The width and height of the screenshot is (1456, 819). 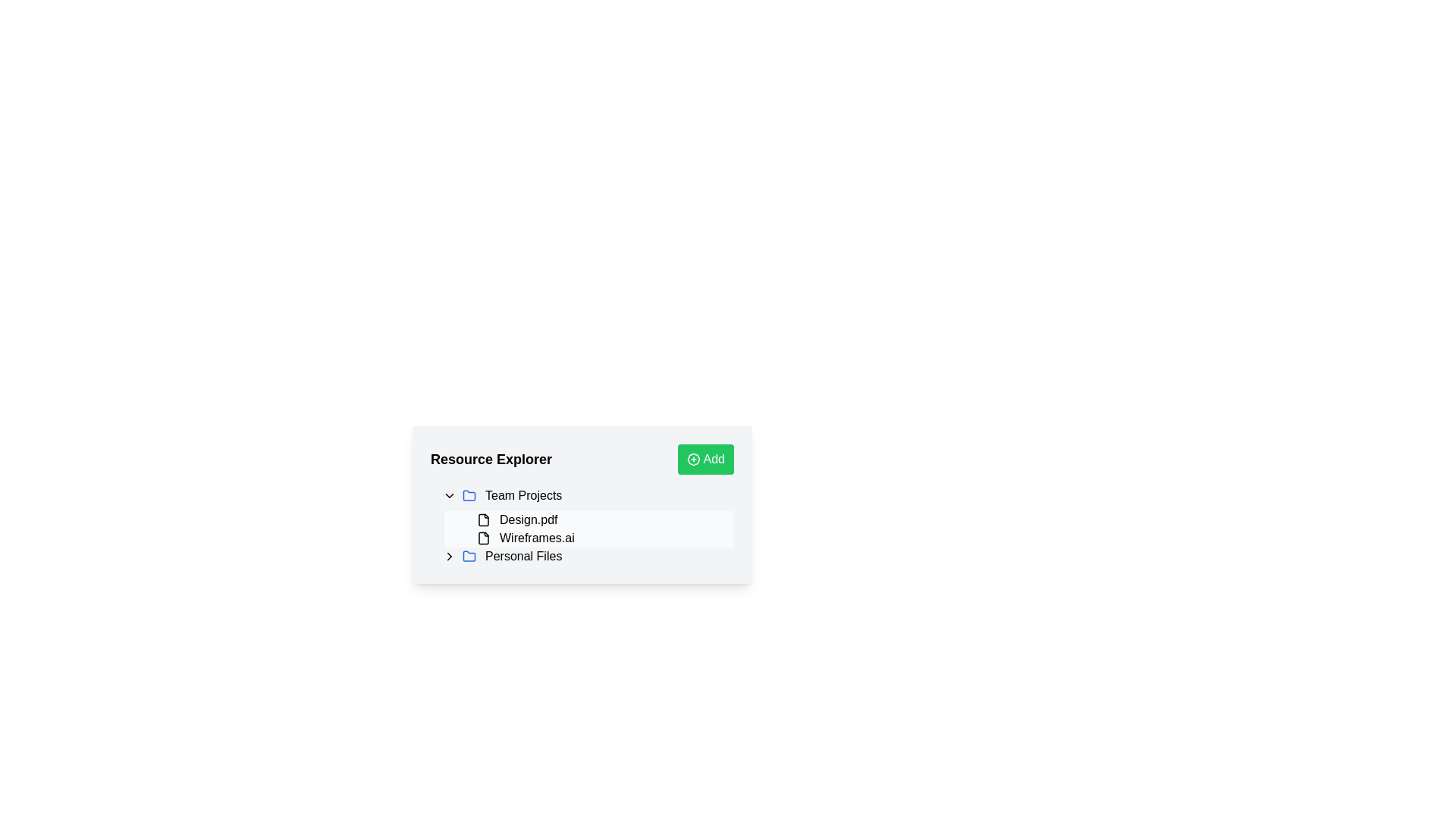 What do you see at coordinates (469, 555) in the screenshot?
I see `the small blue folder icon located in the 'Personal Files' section of the 'Resource Explorer' interface, which is positioned immediately before the text 'Personal Files'` at bounding box center [469, 555].